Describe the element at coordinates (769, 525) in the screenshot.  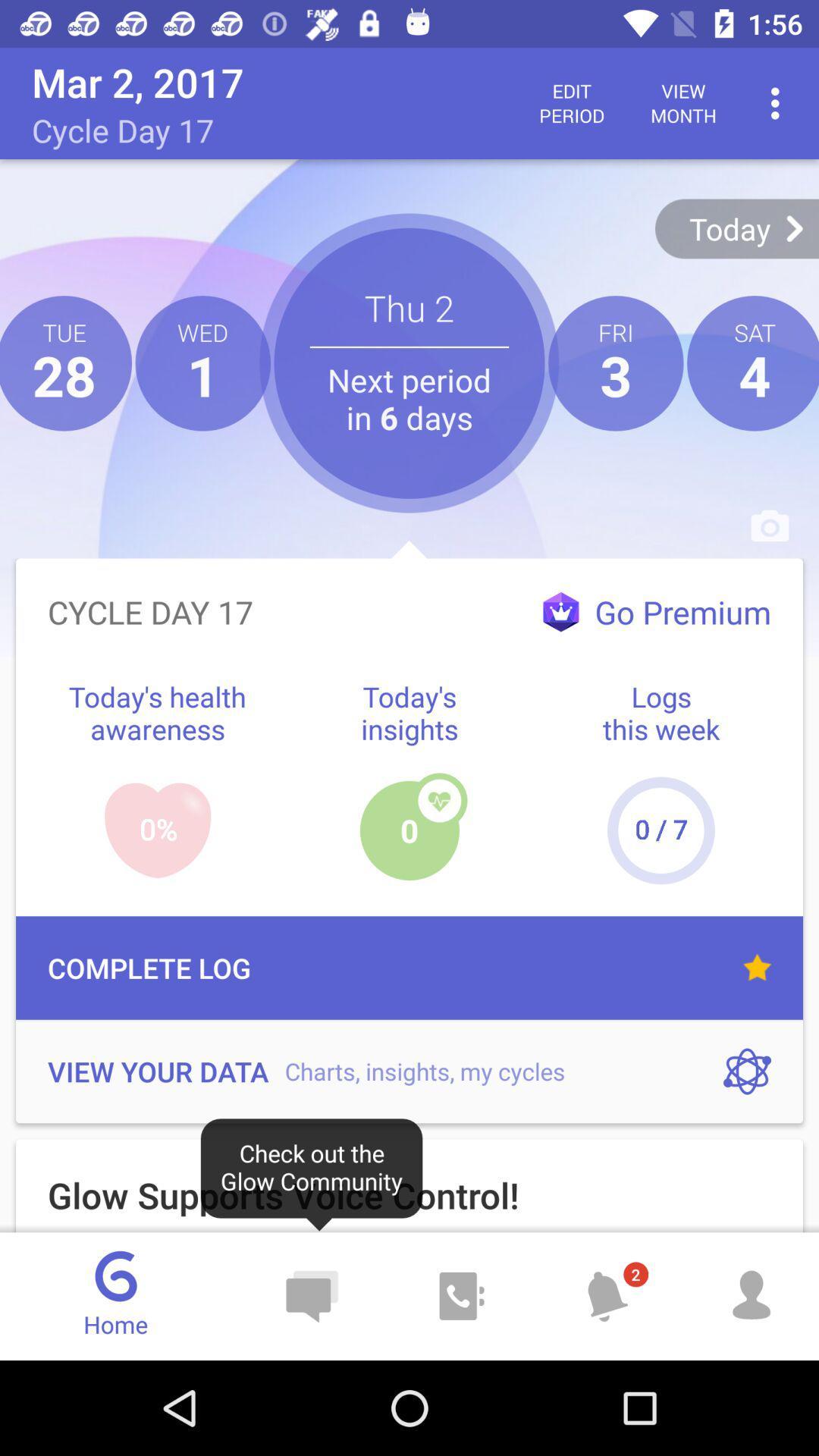
I see `the camera` at that location.